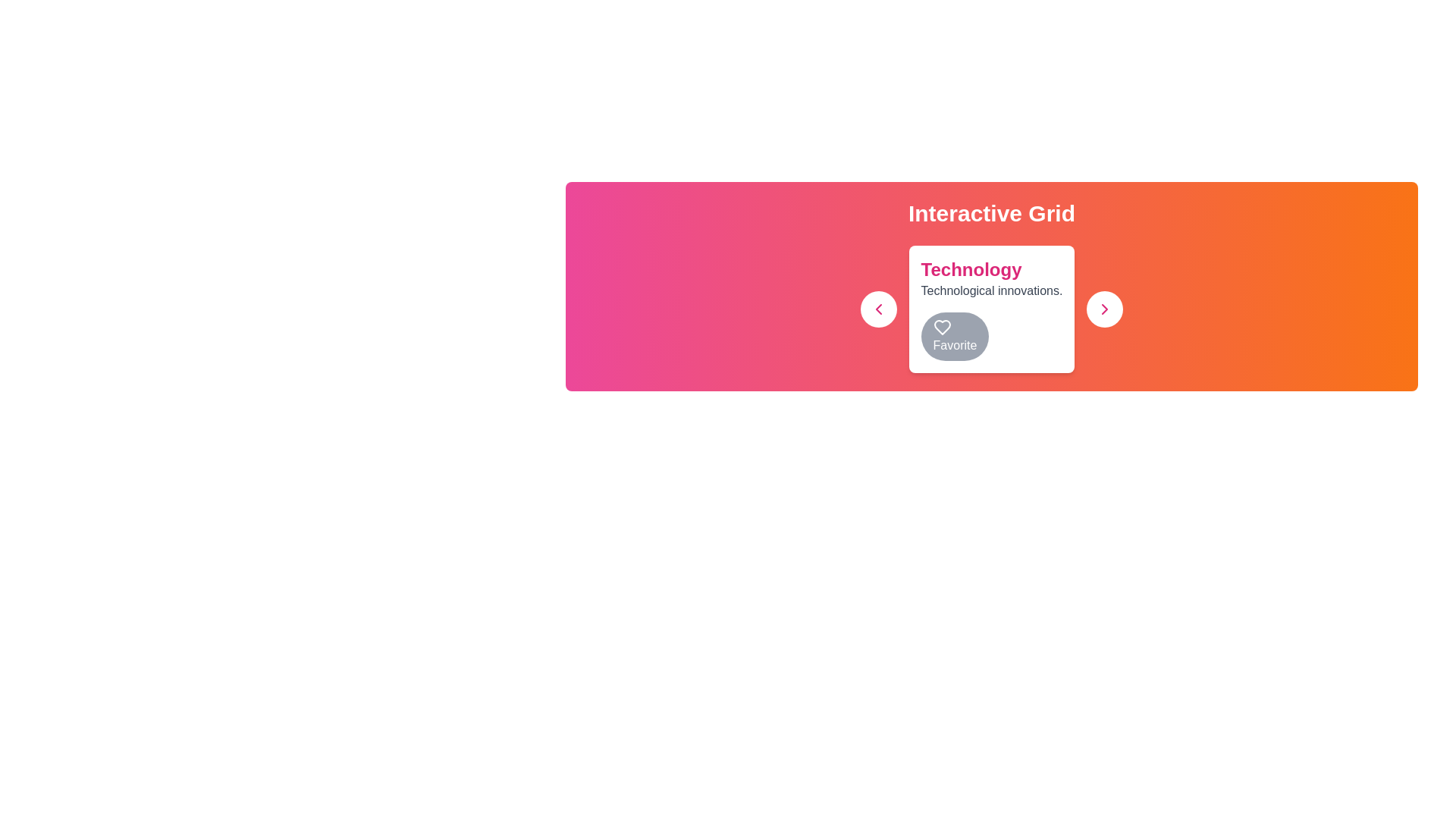  I want to click on the 'favorite' icon located at the center of the 'Favorite' button adjacent to the 'Technology' item in the interactive grid, so click(941, 327).